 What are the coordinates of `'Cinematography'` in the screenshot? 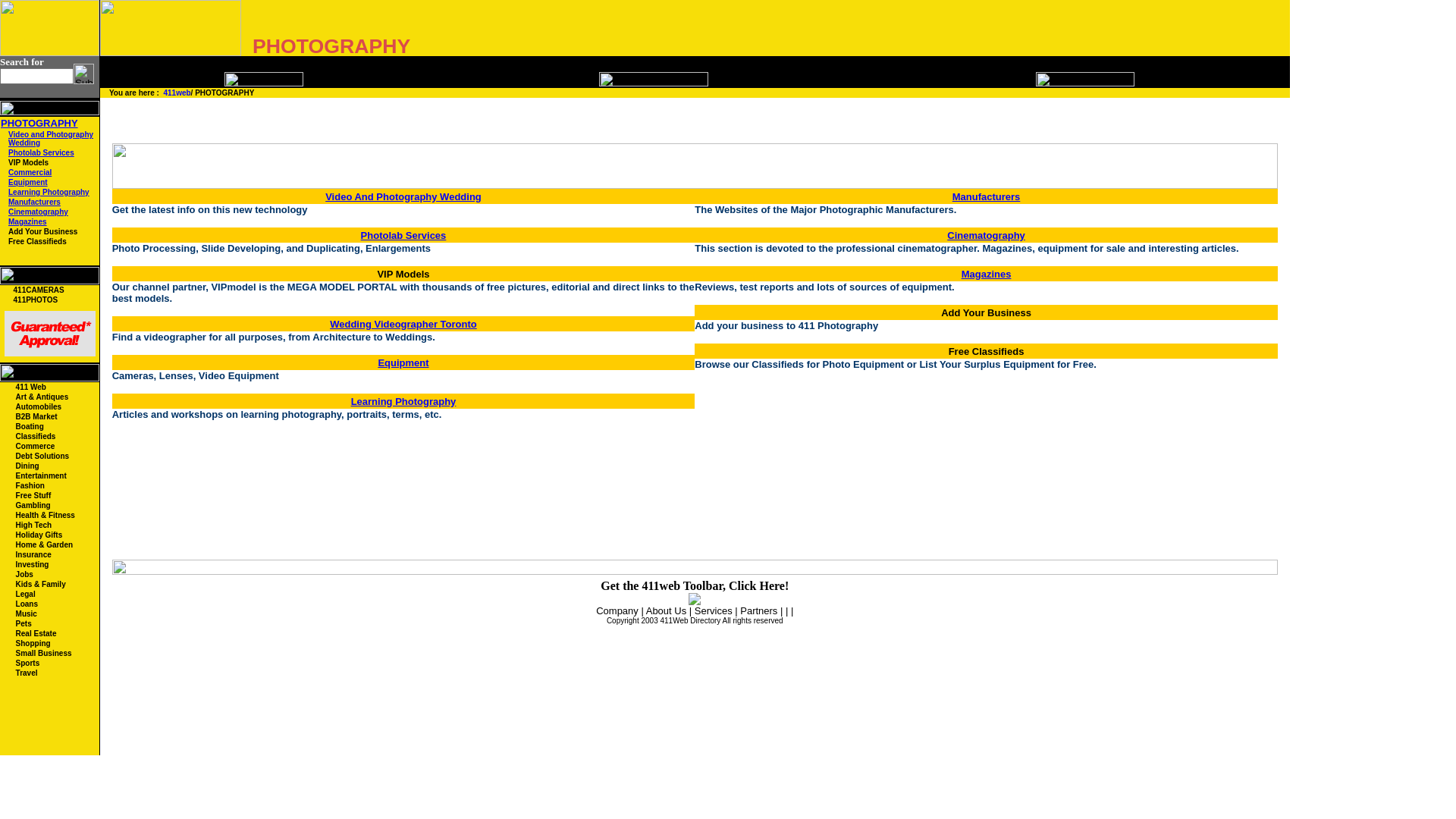 It's located at (986, 234).